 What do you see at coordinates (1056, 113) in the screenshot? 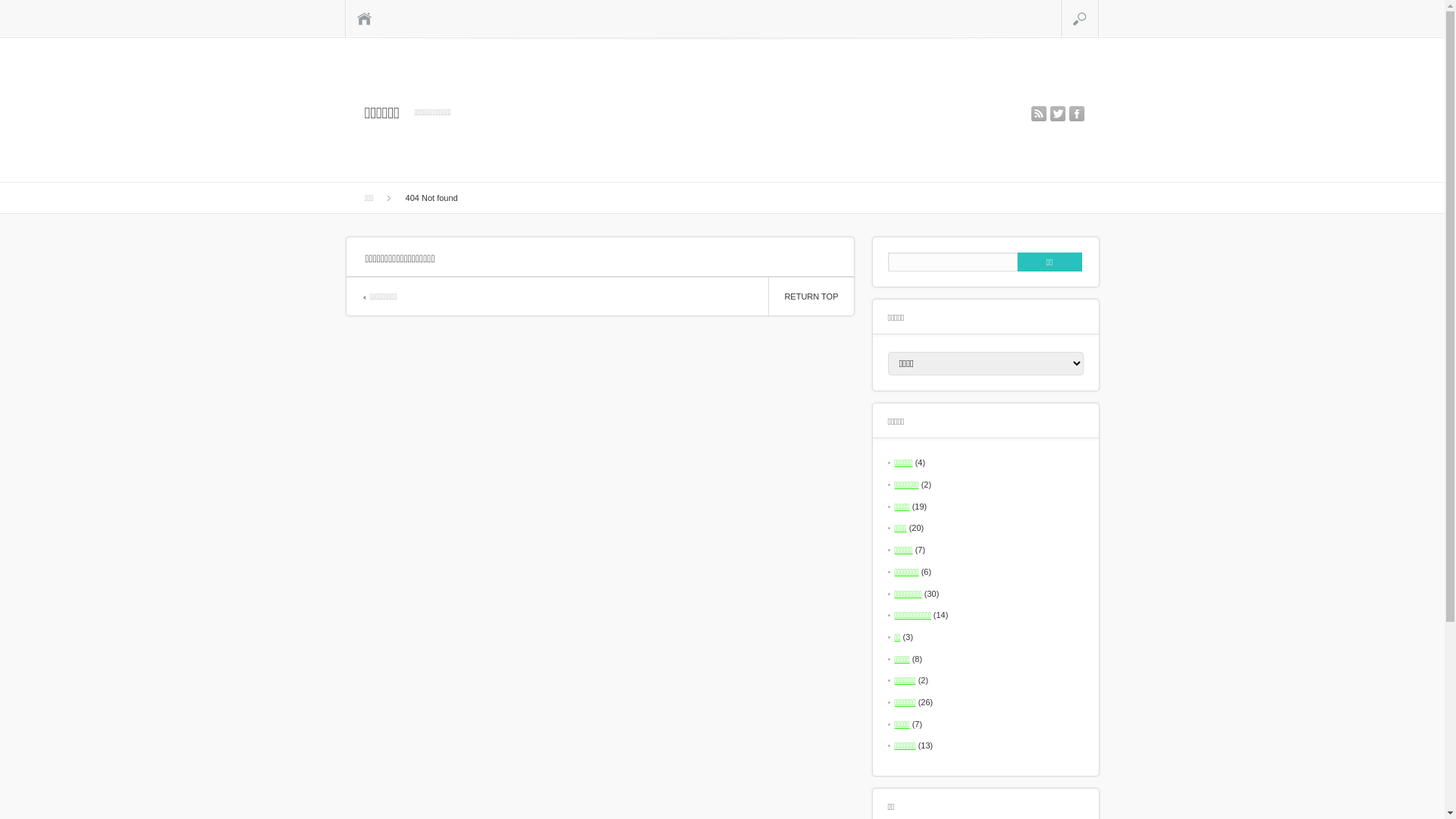
I see `'twitter'` at bounding box center [1056, 113].